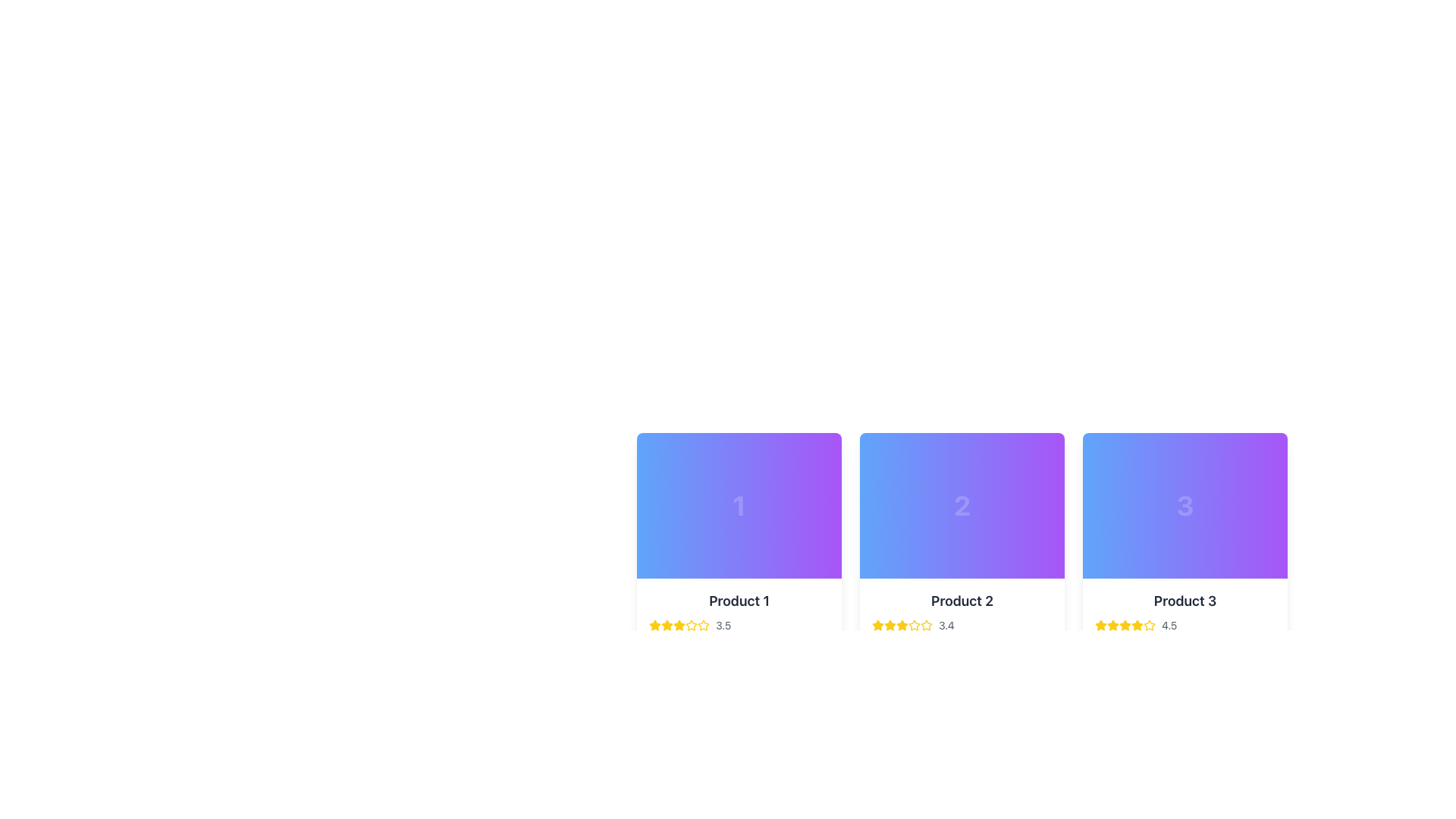  Describe the element at coordinates (679, 625) in the screenshot. I see `the third star-shaped icon in the rating system below the 'Product 1' card` at that location.